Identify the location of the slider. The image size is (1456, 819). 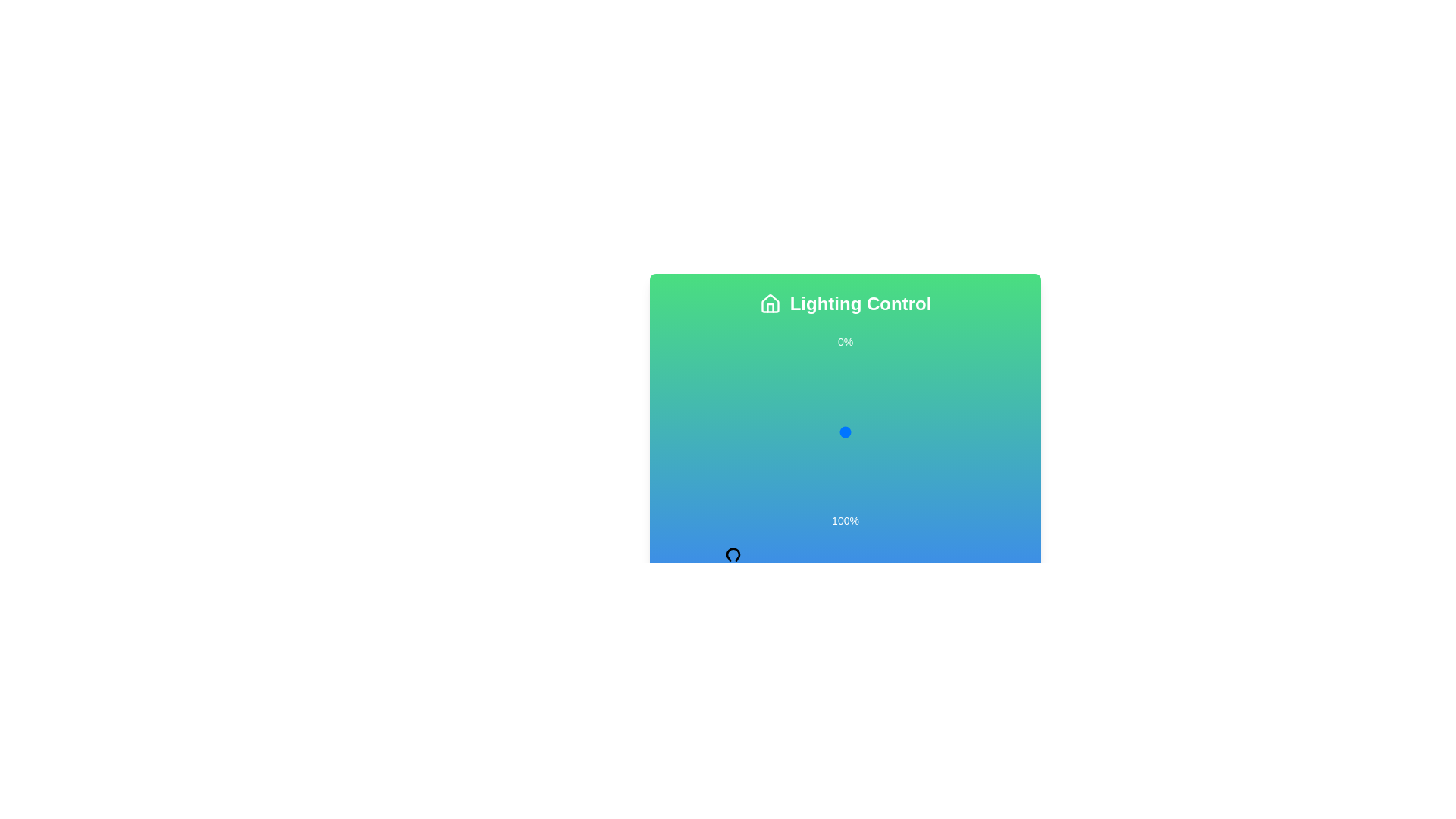
(844, 433).